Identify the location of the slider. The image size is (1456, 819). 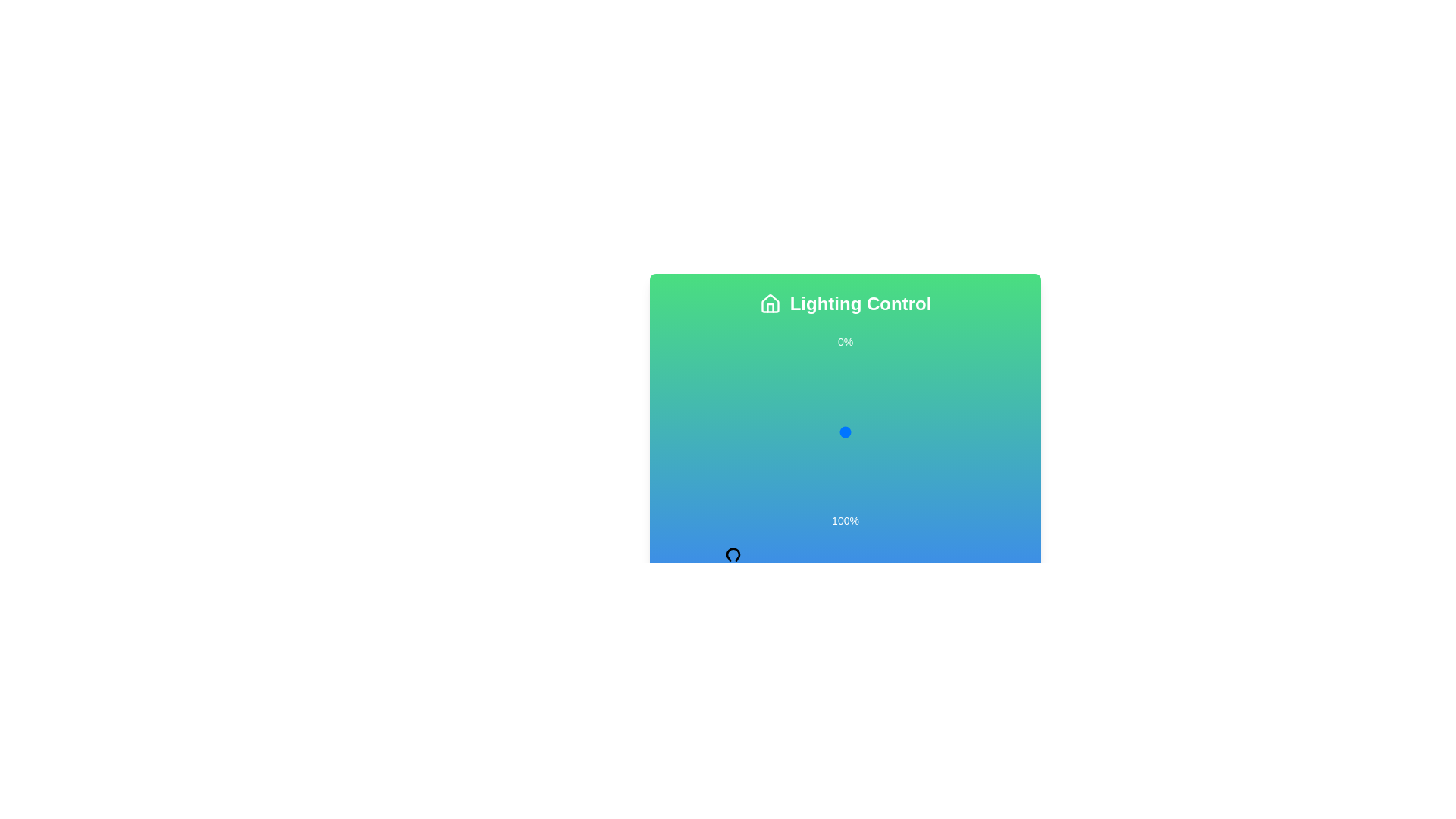
(844, 433).